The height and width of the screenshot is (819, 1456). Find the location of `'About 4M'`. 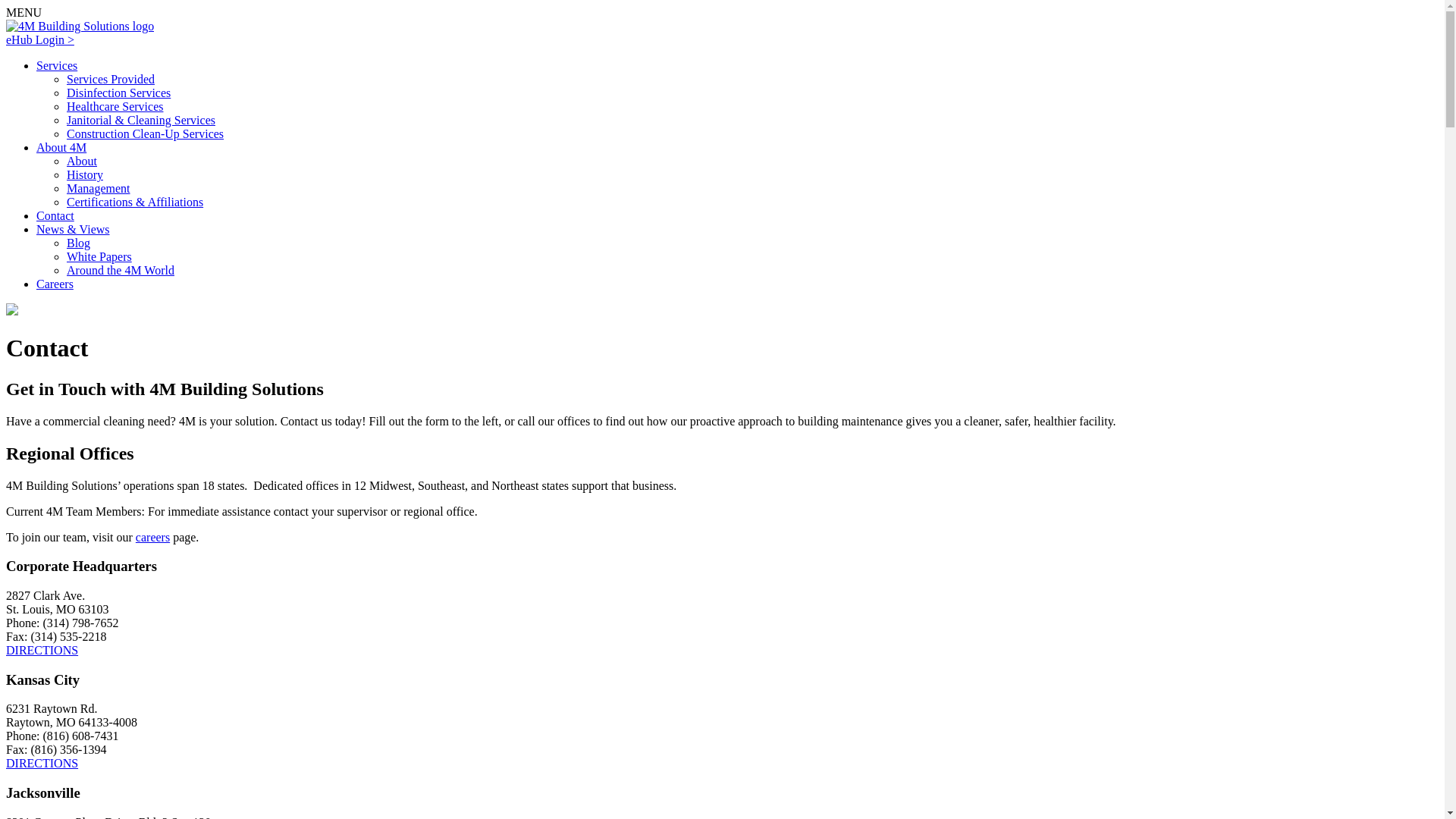

'About 4M' is located at coordinates (36, 147).